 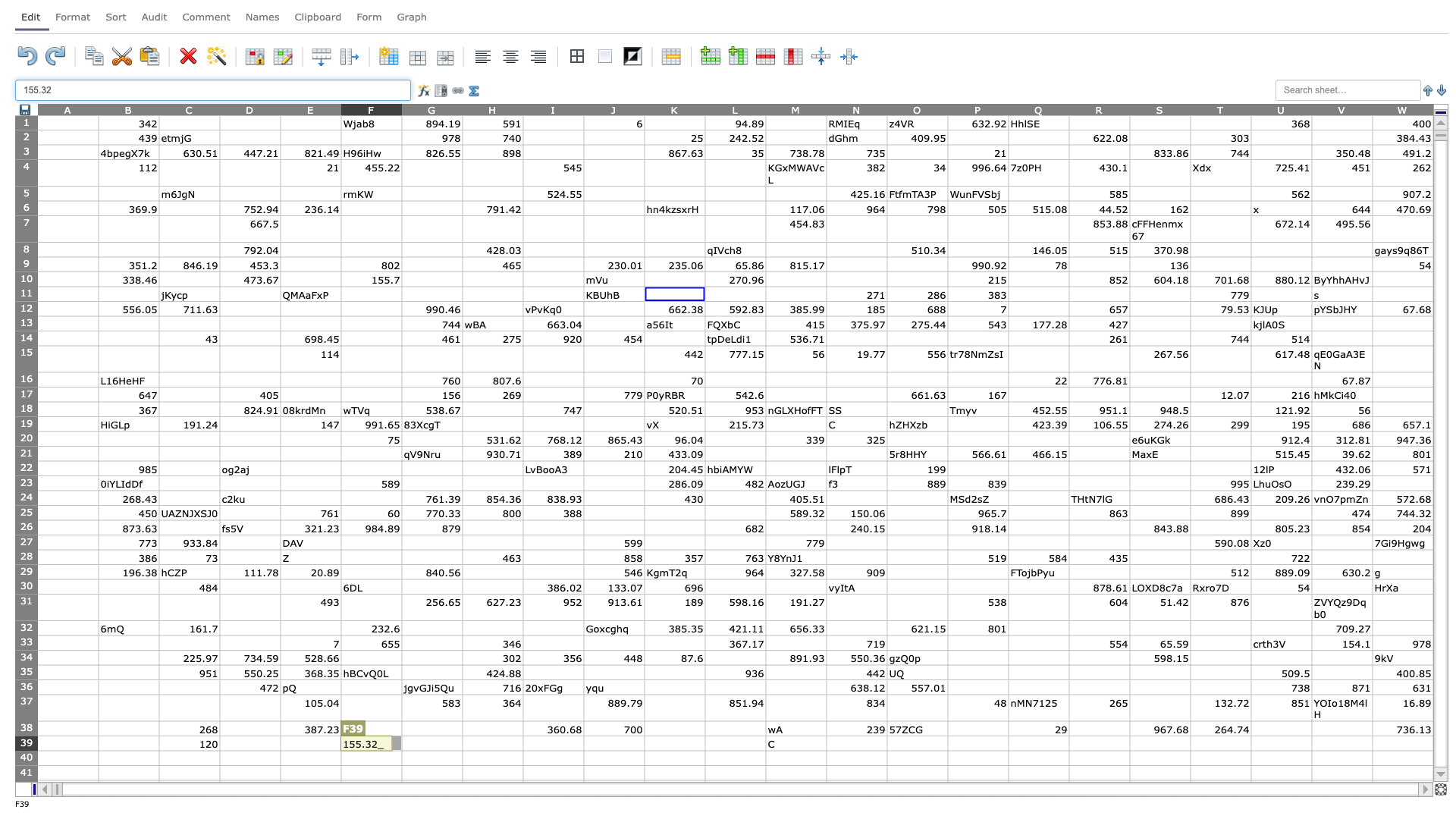 What do you see at coordinates (401, 742) in the screenshot?
I see `Left side boundary of G39` at bounding box center [401, 742].